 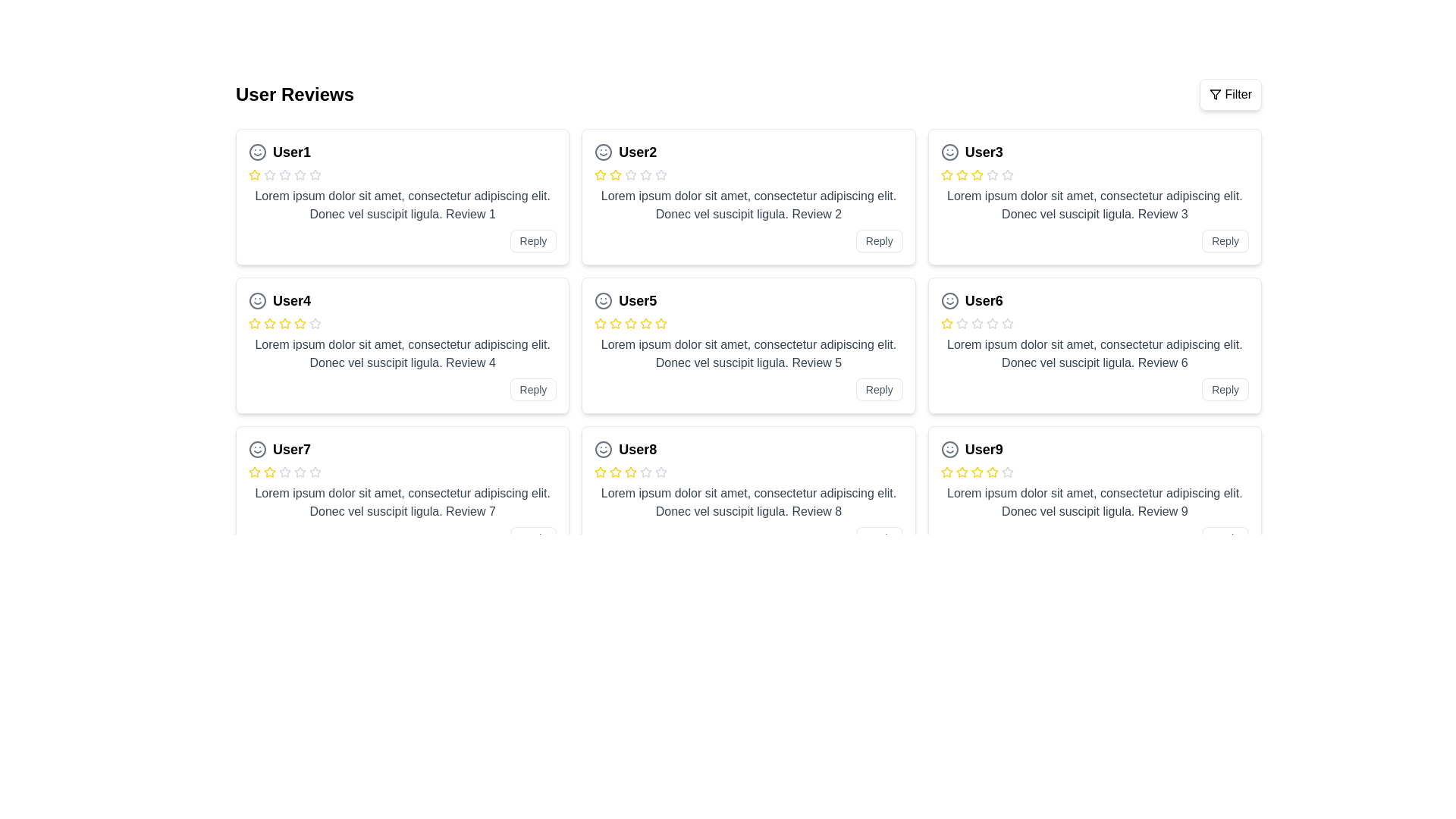 What do you see at coordinates (961, 471) in the screenshot?
I see `the second visual rating star representing the user's second rating point for 'User9' in the five-star rating system, located in the bottom-right card of the grid layout` at bounding box center [961, 471].